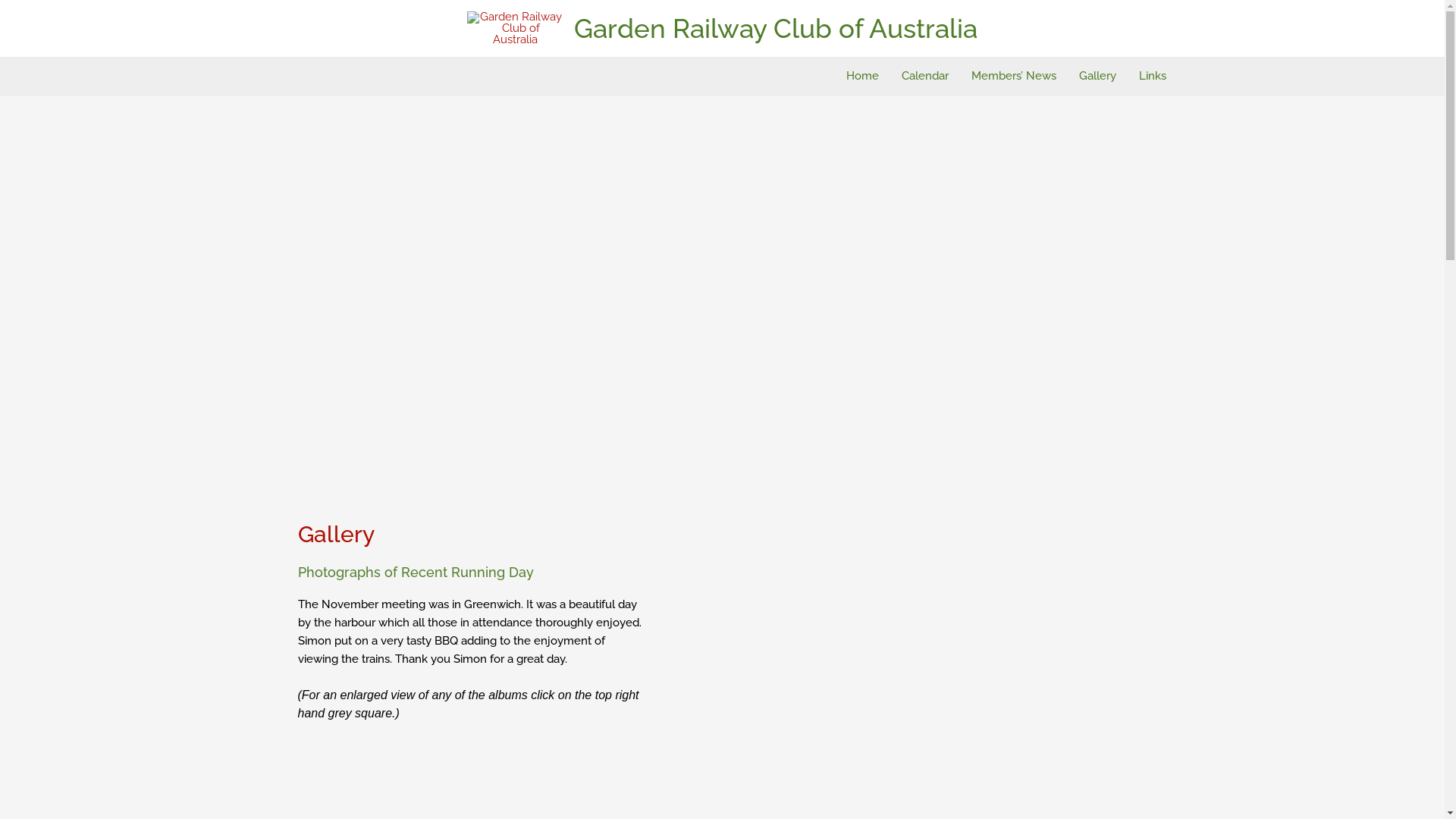 Image resolution: width=1456 pixels, height=819 pixels. Describe the element at coordinates (890, 76) in the screenshot. I see `'Calendar'` at that location.